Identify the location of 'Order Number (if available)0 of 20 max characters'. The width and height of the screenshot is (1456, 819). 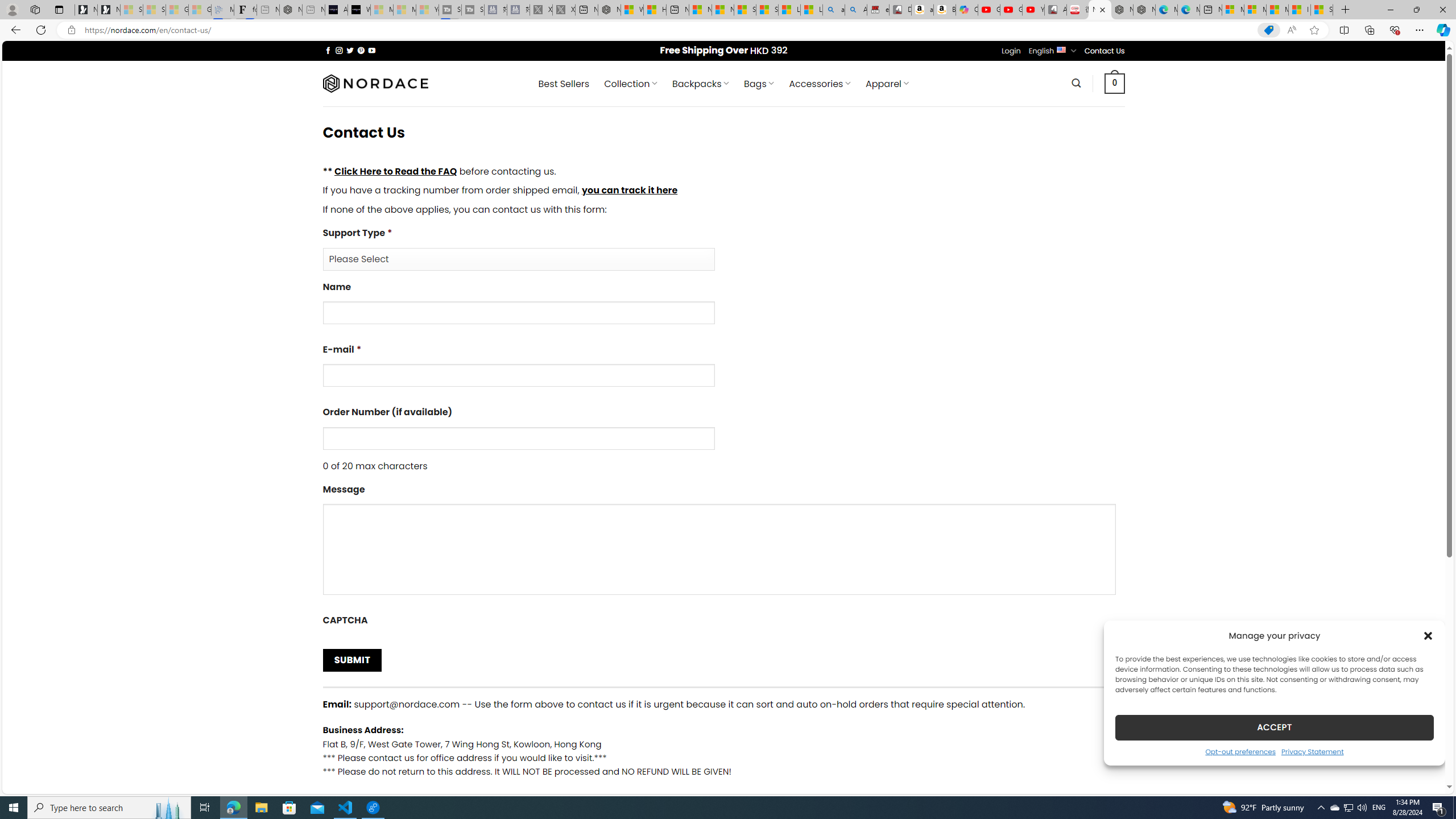
(723, 438).